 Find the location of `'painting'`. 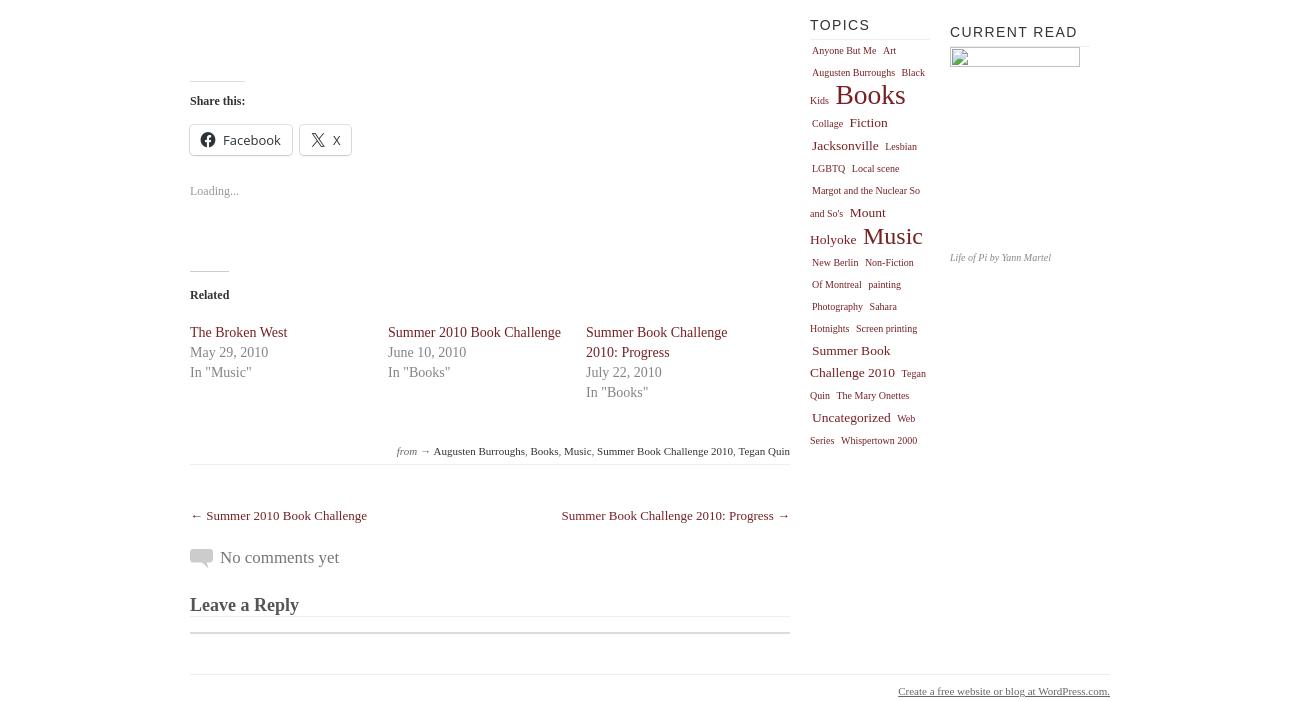

'painting' is located at coordinates (883, 283).